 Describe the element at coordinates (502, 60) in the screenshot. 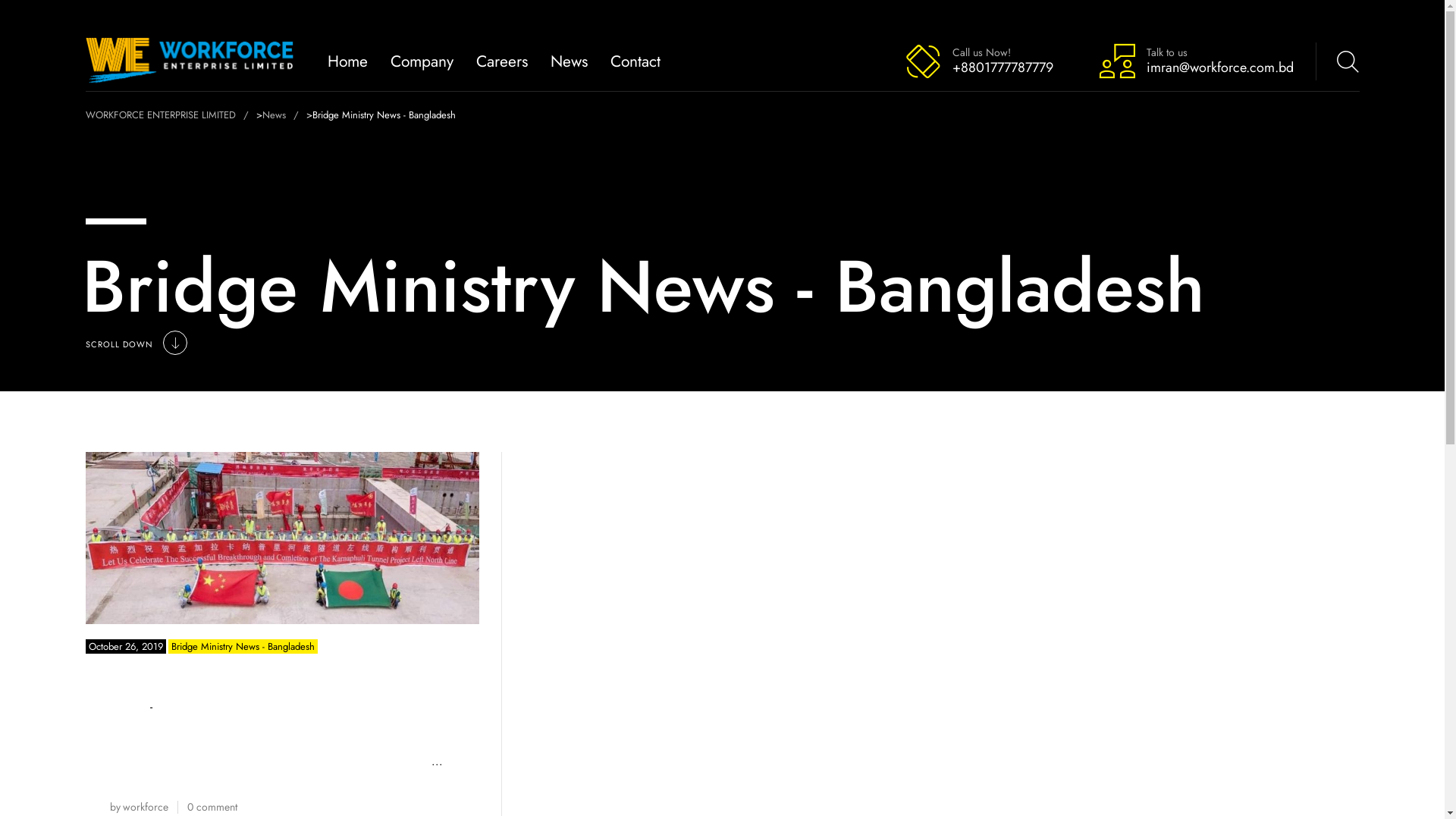

I see `'Careers'` at that location.